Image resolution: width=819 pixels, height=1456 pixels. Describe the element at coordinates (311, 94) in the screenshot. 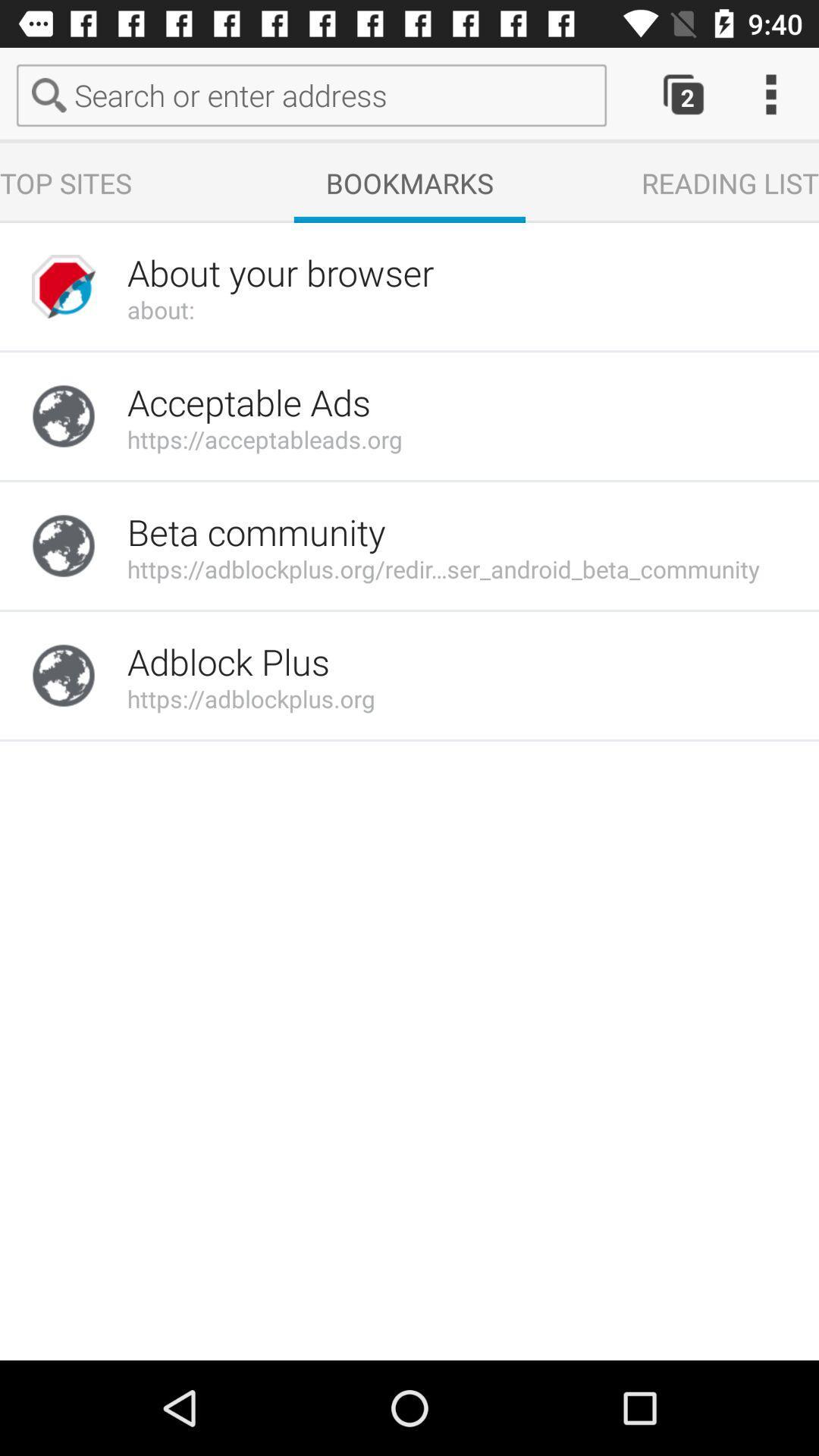

I see `the text field search or enter address` at that location.